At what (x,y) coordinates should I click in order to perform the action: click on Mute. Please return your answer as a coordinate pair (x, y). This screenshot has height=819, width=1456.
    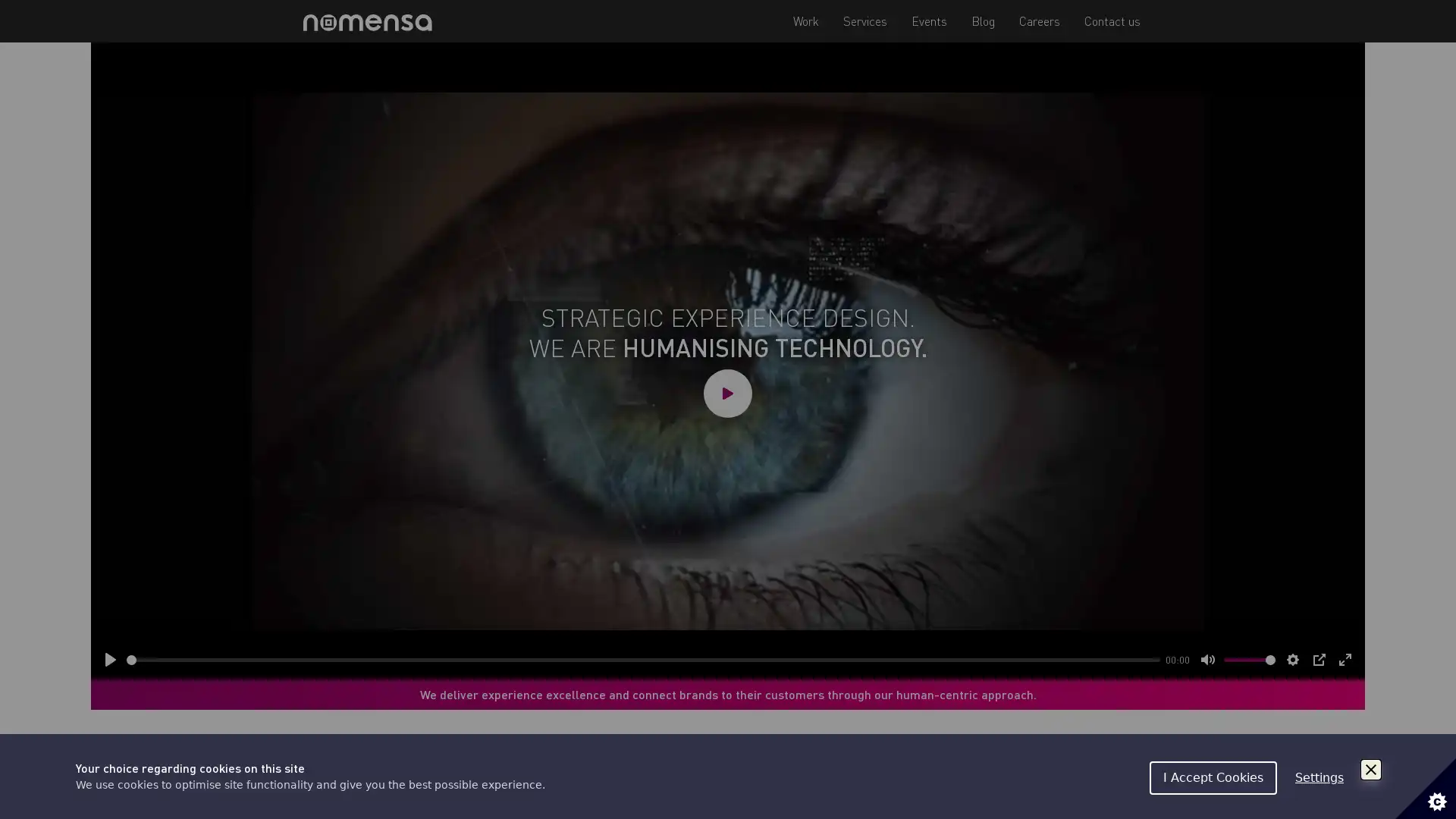
    Looking at the image, I should click on (1207, 659).